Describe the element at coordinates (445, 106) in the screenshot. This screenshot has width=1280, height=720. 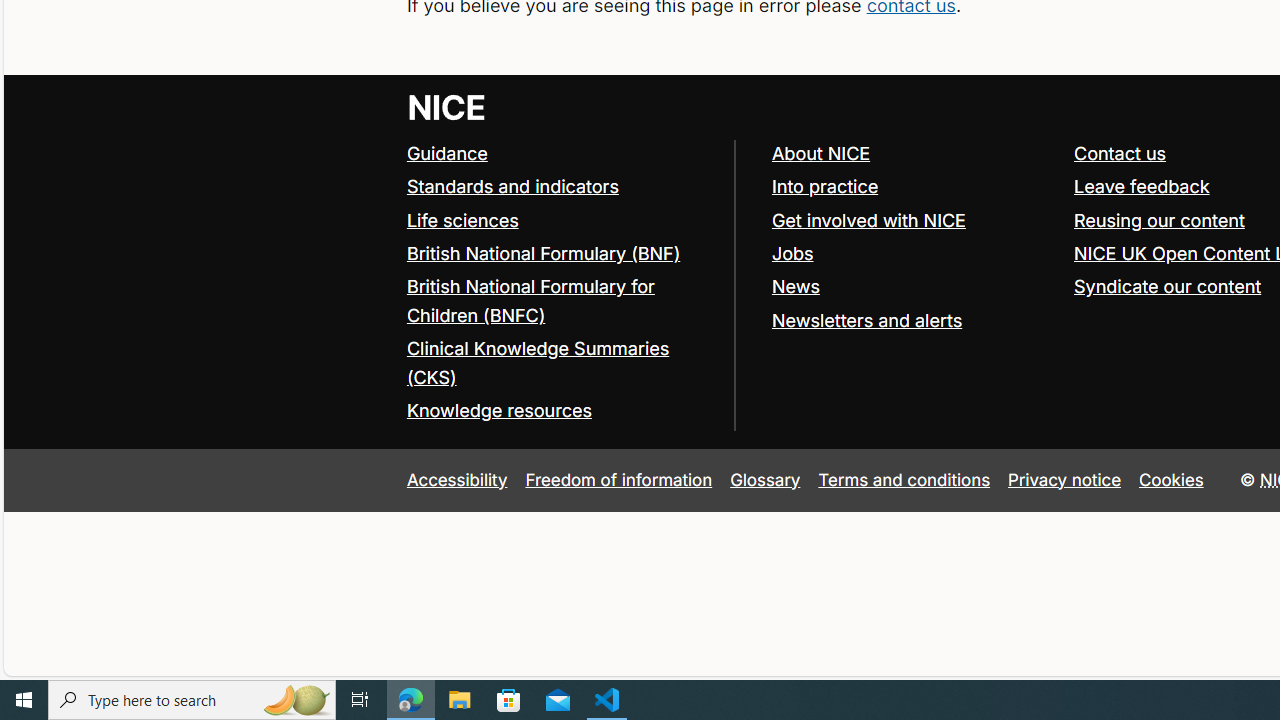
I see `'Go to NICE home page'` at that location.